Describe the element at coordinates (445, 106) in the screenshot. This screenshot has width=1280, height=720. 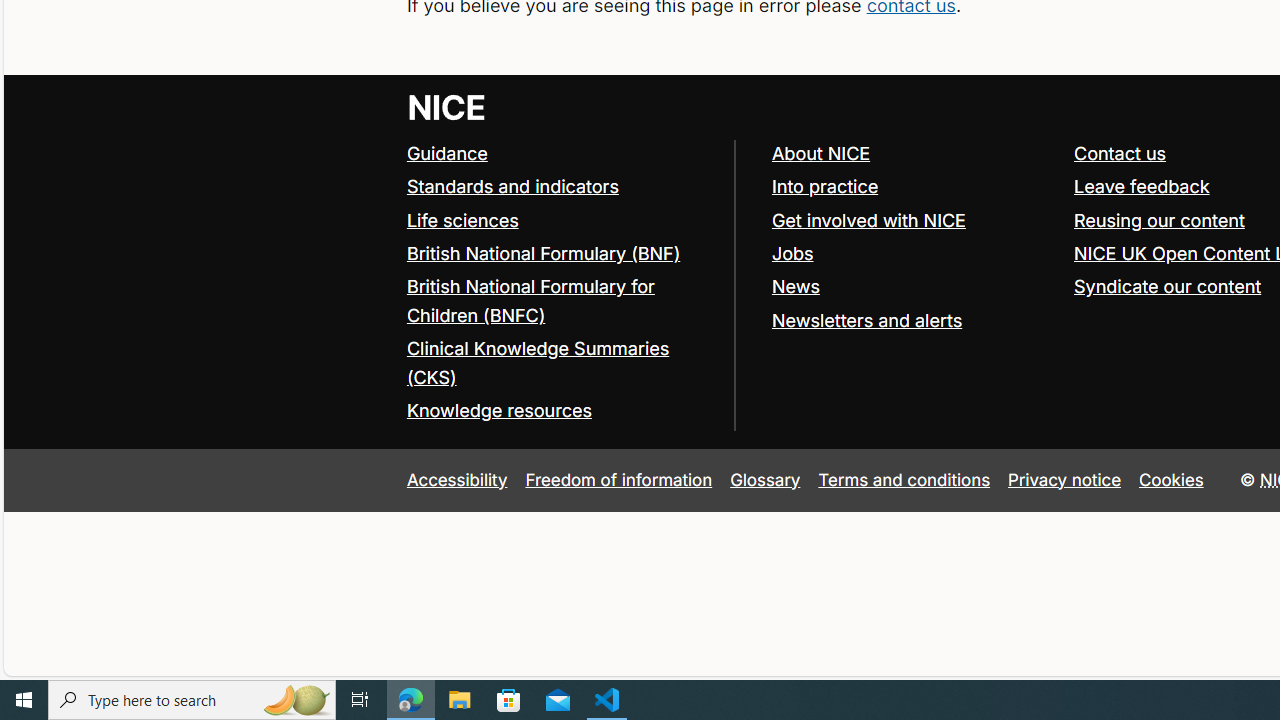
I see `'Go to NICE home page'` at that location.